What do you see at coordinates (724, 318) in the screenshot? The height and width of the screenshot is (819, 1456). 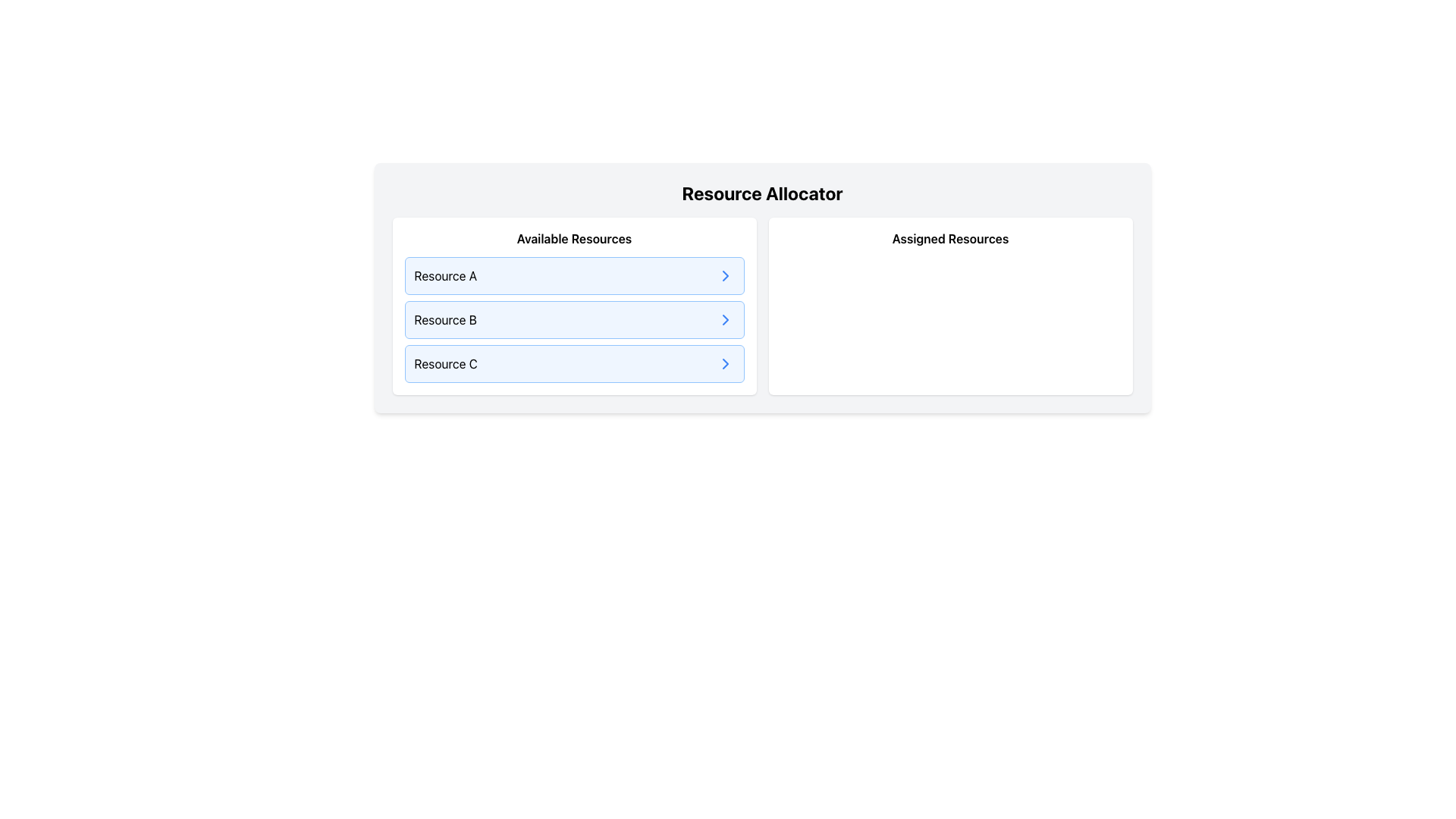 I see `the right-facing chevron icon button located at the far right end of the 'Resource B' card to observe the potential styling change` at bounding box center [724, 318].